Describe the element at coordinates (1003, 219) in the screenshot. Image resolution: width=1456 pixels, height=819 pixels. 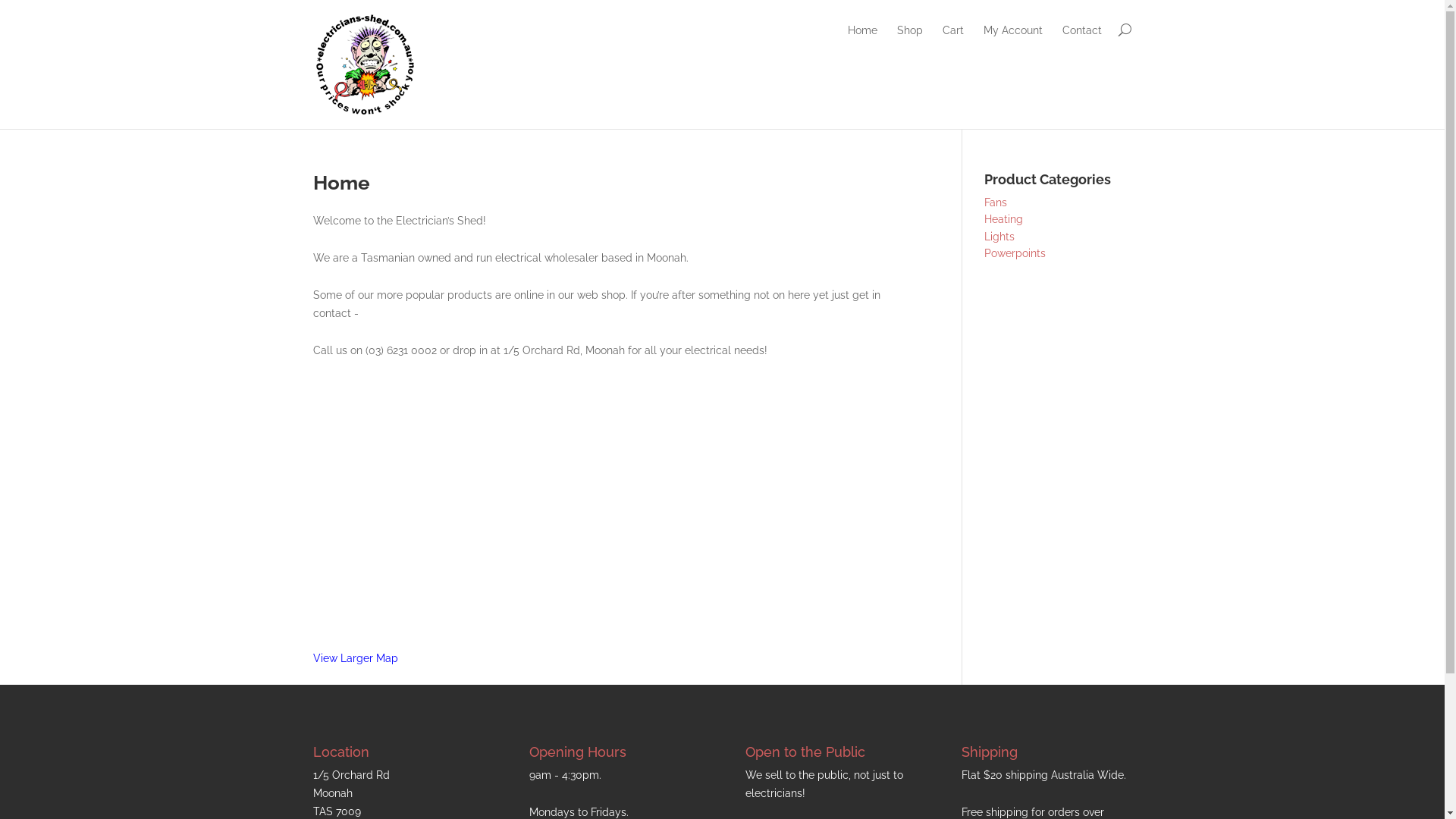
I see `'Heating'` at that location.